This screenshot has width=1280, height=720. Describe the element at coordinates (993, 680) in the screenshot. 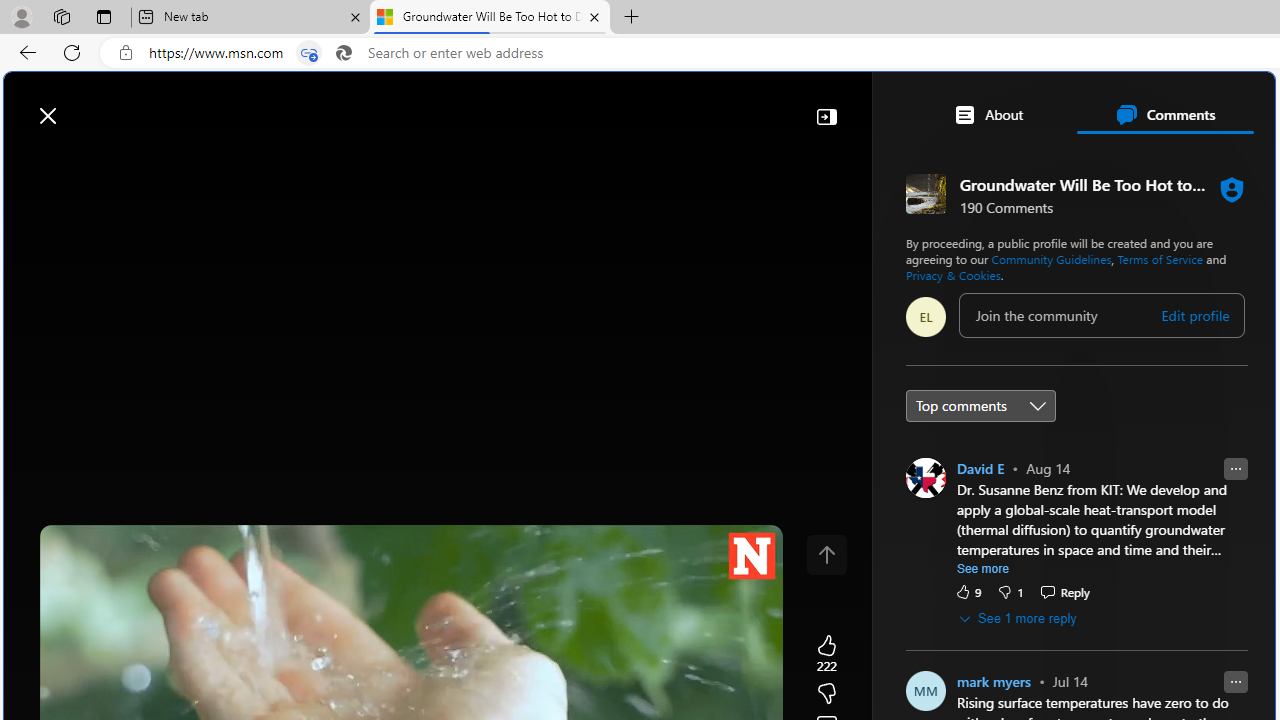

I see `'mark myers'` at that location.